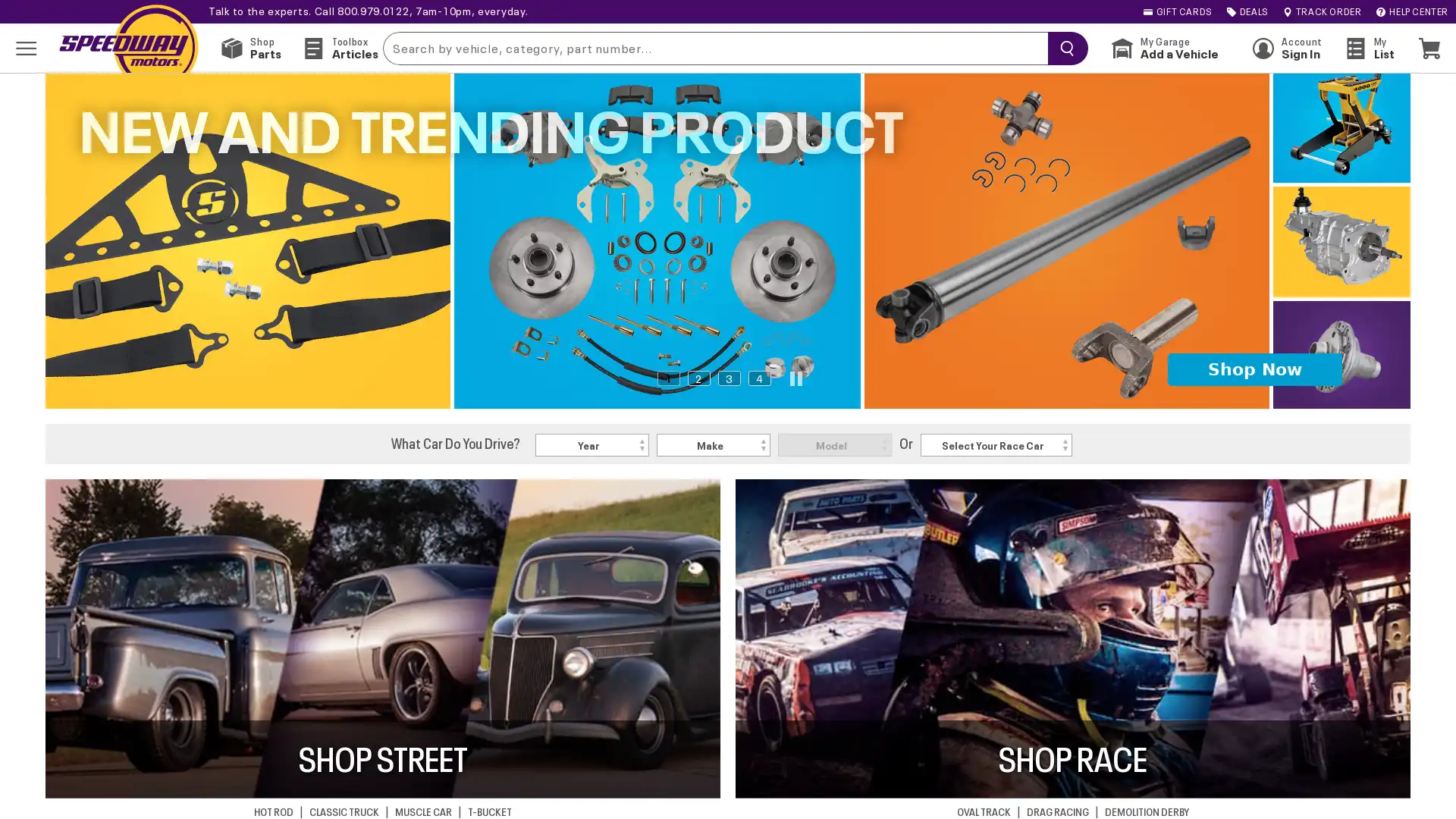 The width and height of the screenshot is (1456, 819). What do you see at coordinates (1164, 47) in the screenshot?
I see `My Garage Add a Vehicle` at bounding box center [1164, 47].